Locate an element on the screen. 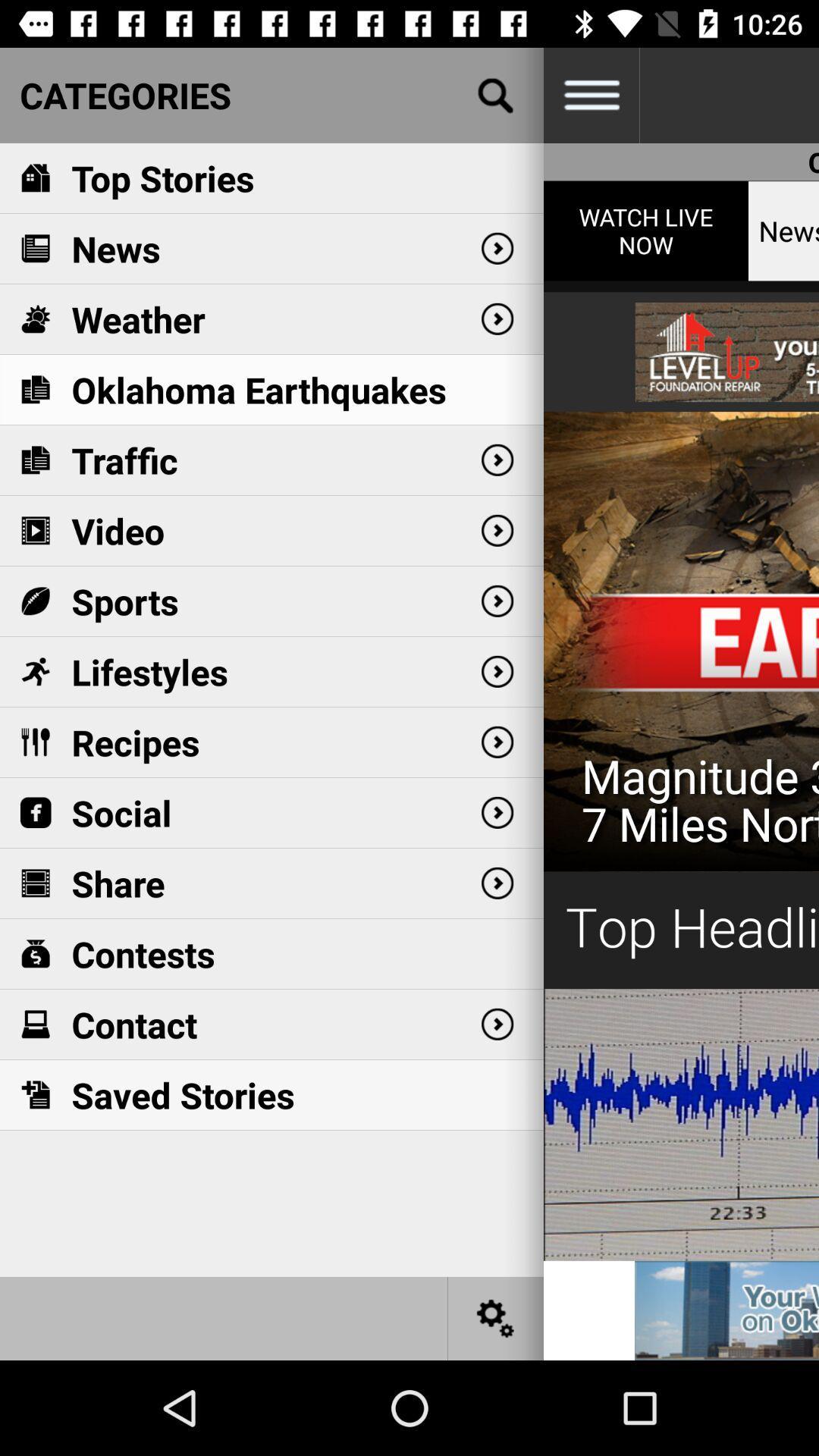  color print is located at coordinates (680, 720).